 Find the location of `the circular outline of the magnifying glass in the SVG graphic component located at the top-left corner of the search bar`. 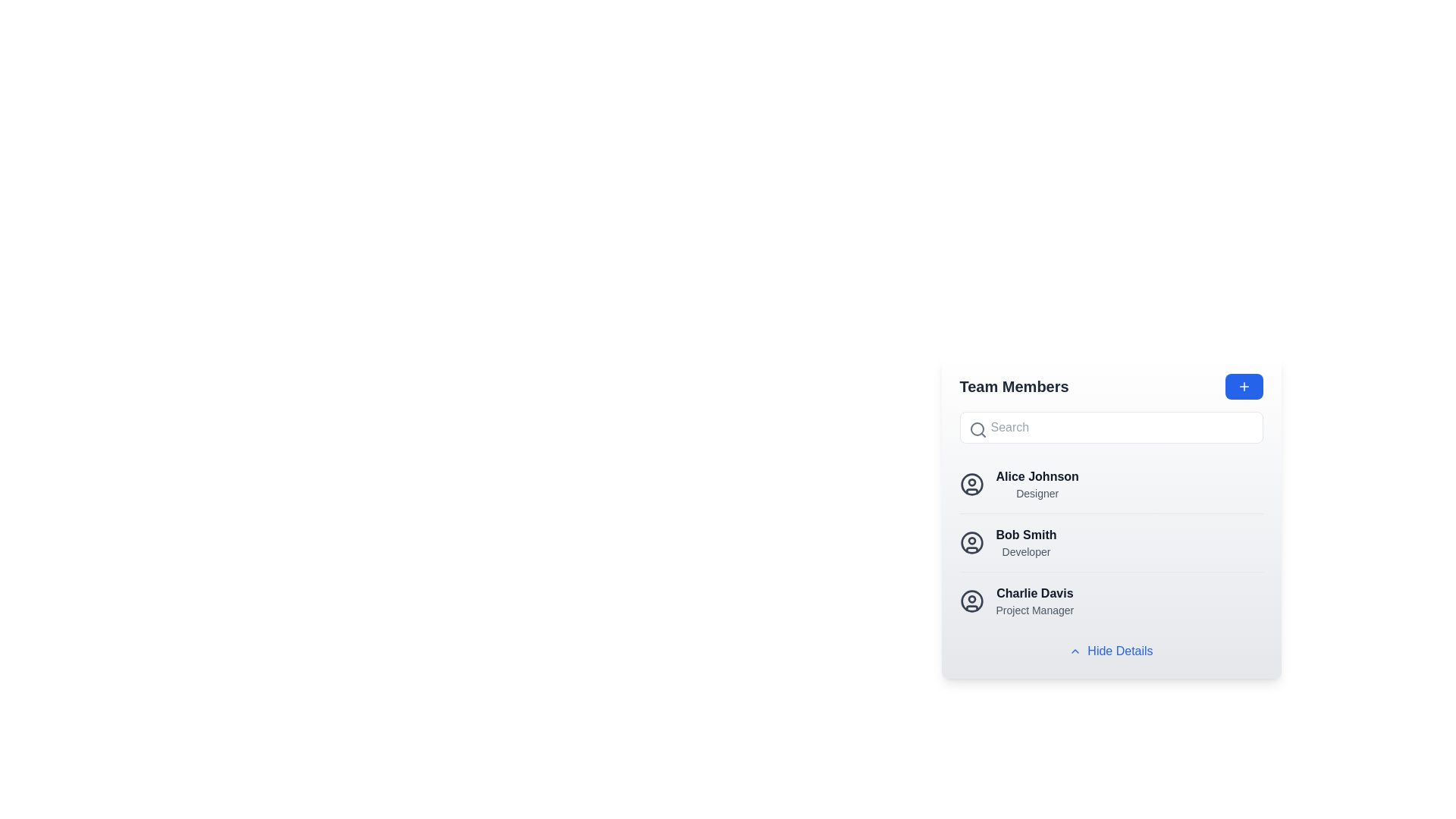

the circular outline of the magnifying glass in the SVG graphic component located at the top-left corner of the search bar is located at coordinates (977, 429).